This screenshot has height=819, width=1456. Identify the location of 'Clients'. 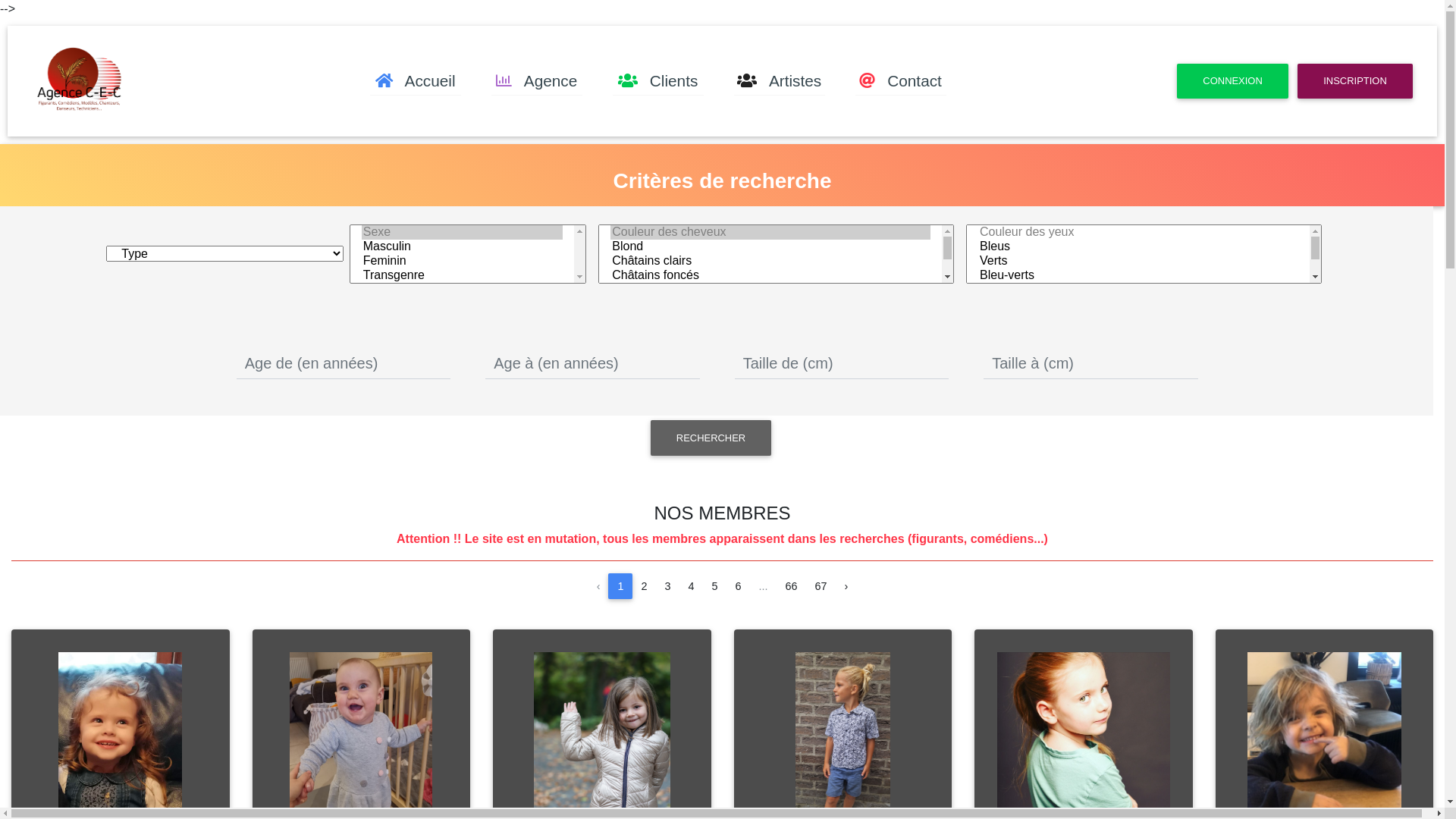
(612, 81).